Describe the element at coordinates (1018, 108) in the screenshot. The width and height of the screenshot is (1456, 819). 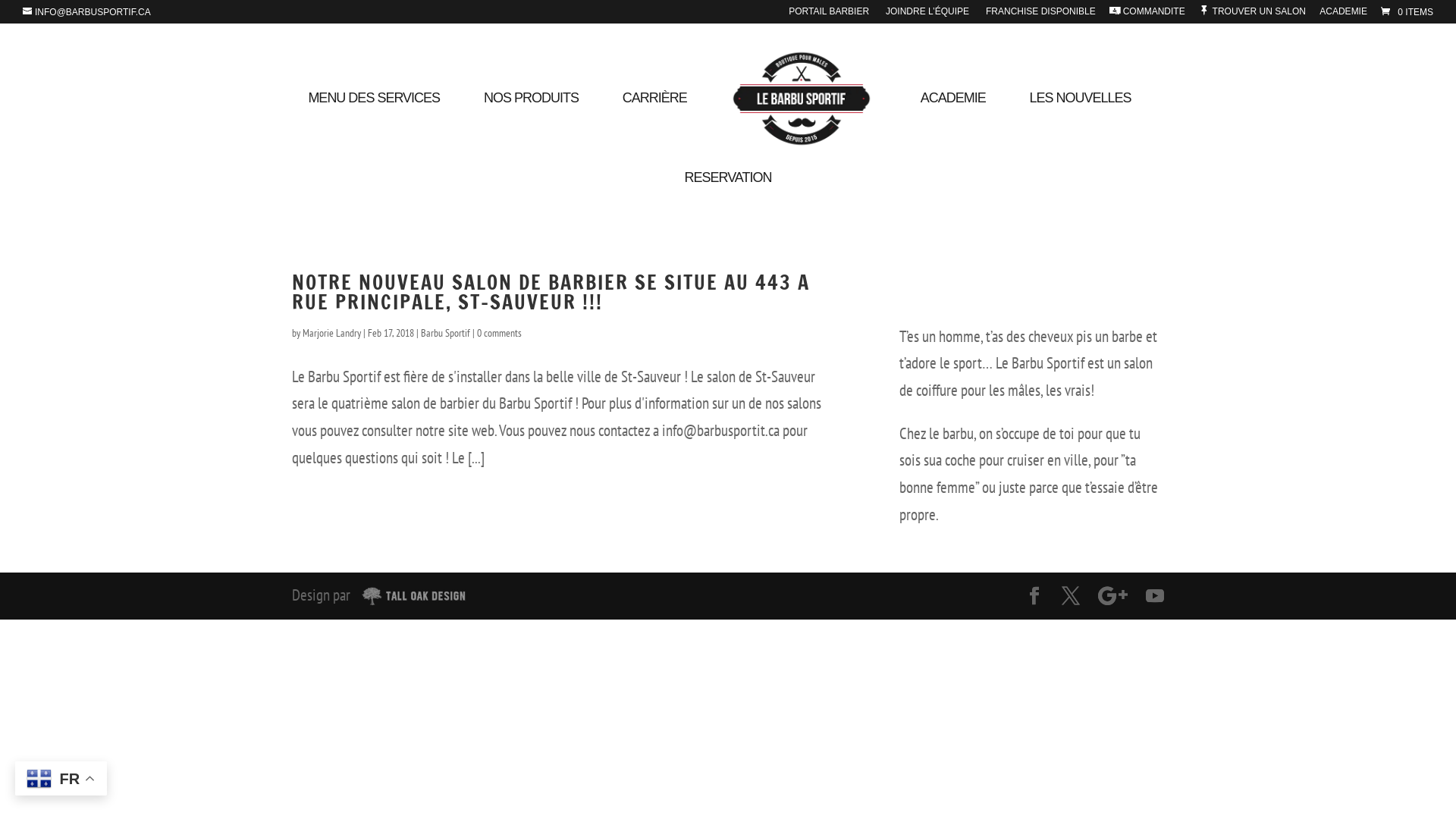
I see `'LES NOUVELLES'` at that location.